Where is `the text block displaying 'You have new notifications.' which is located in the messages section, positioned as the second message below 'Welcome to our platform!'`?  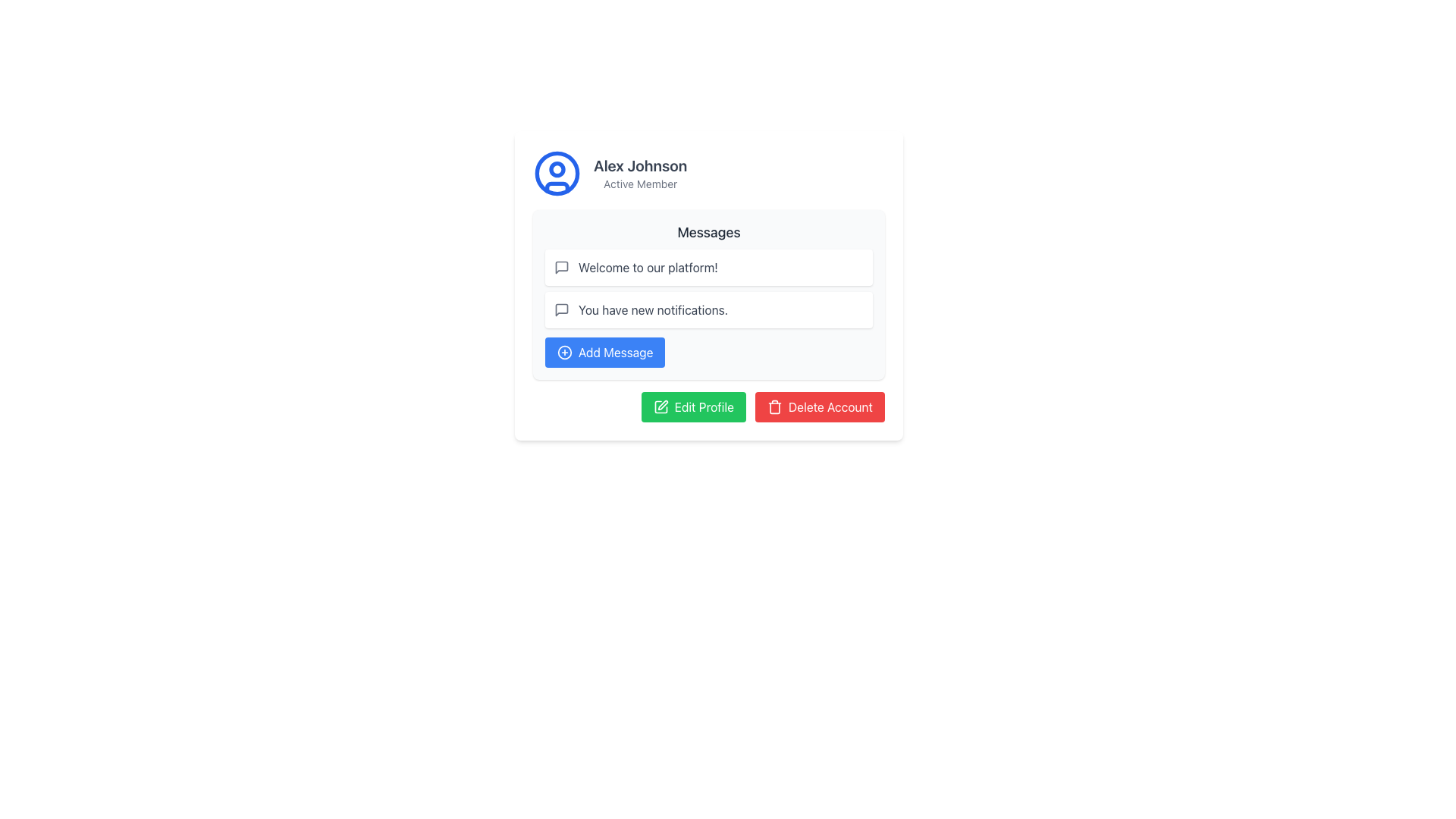
the text block displaying 'You have new notifications.' which is located in the messages section, positioned as the second message below 'Welcome to our platform!' is located at coordinates (653, 309).